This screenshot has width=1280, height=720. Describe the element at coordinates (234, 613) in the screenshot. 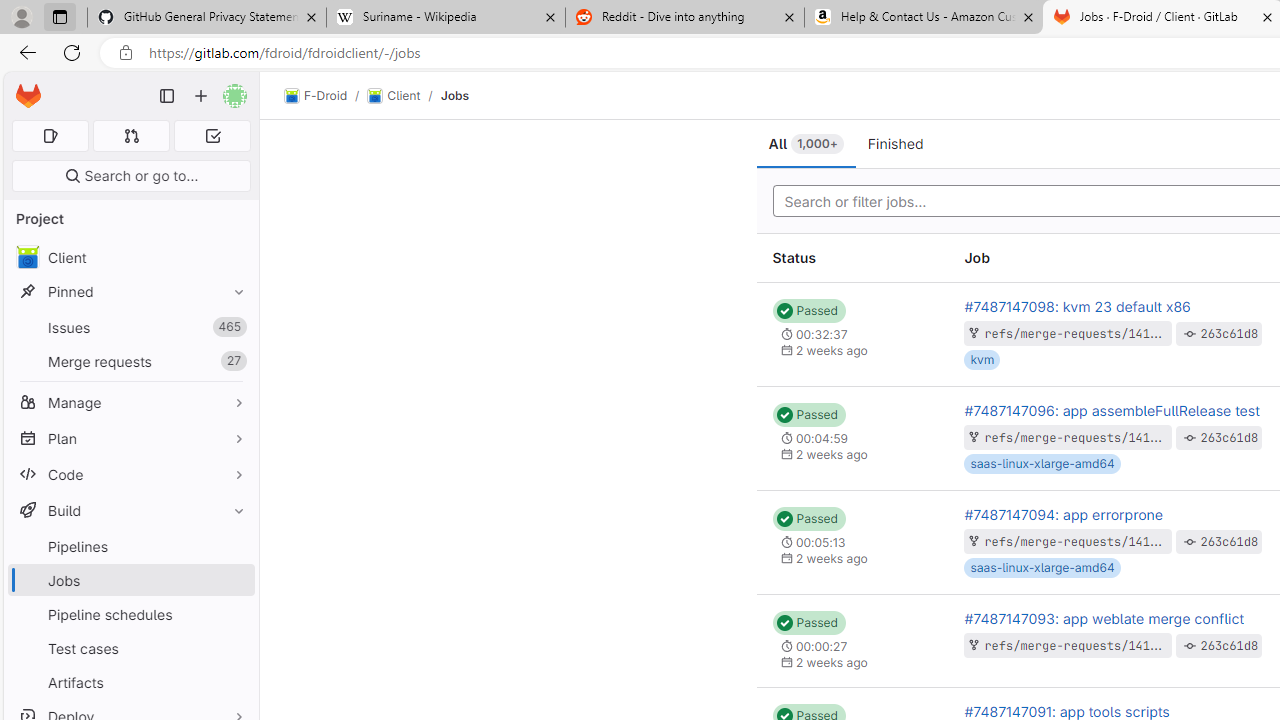

I see `'Pin Pipeline schedules'` at that location.